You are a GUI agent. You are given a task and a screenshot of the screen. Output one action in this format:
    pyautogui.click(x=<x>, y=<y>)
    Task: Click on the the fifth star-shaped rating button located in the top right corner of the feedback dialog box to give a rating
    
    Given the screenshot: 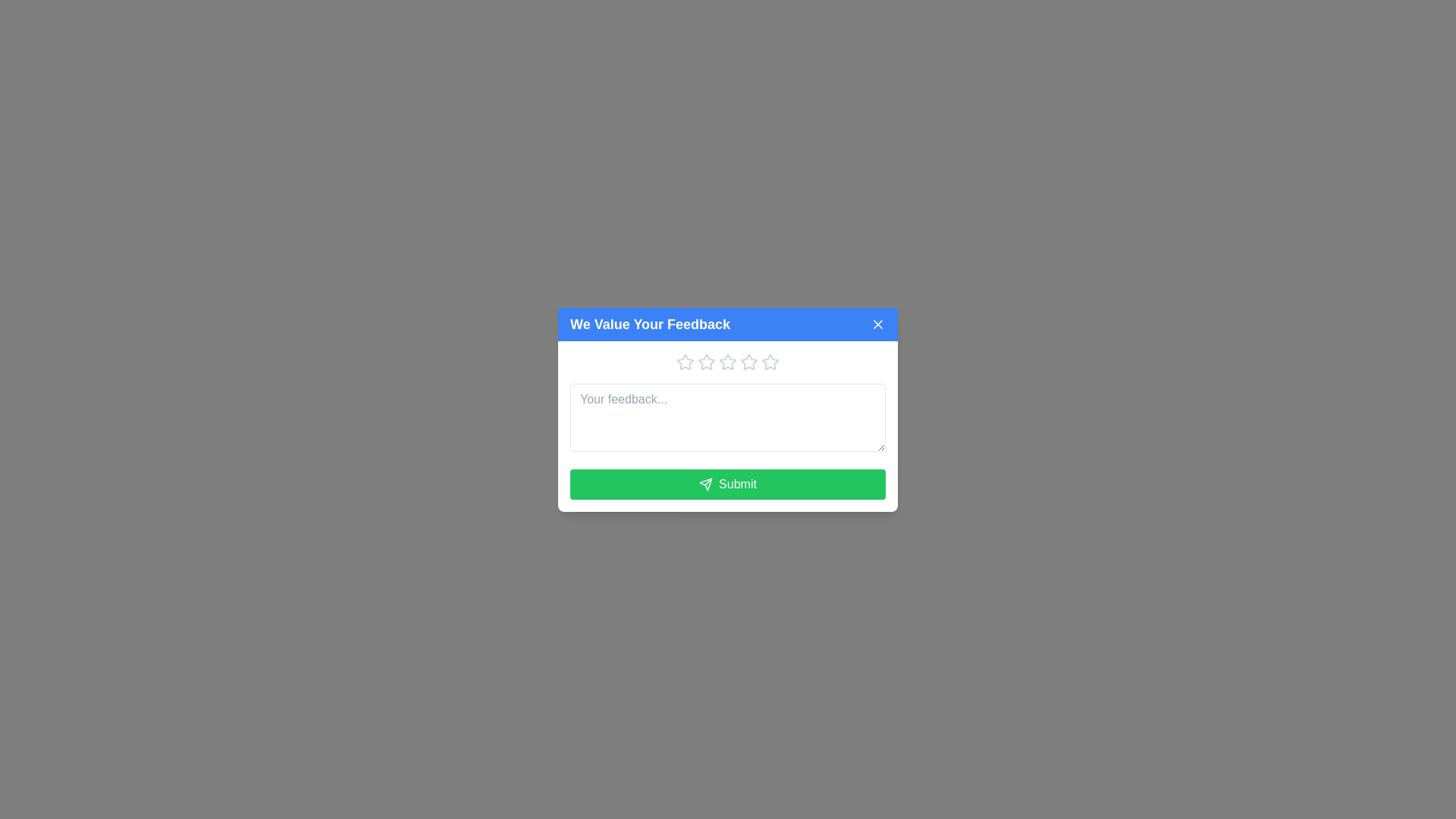 What is the action you would take?
    pyautogui.click(x=770, y=362)
    